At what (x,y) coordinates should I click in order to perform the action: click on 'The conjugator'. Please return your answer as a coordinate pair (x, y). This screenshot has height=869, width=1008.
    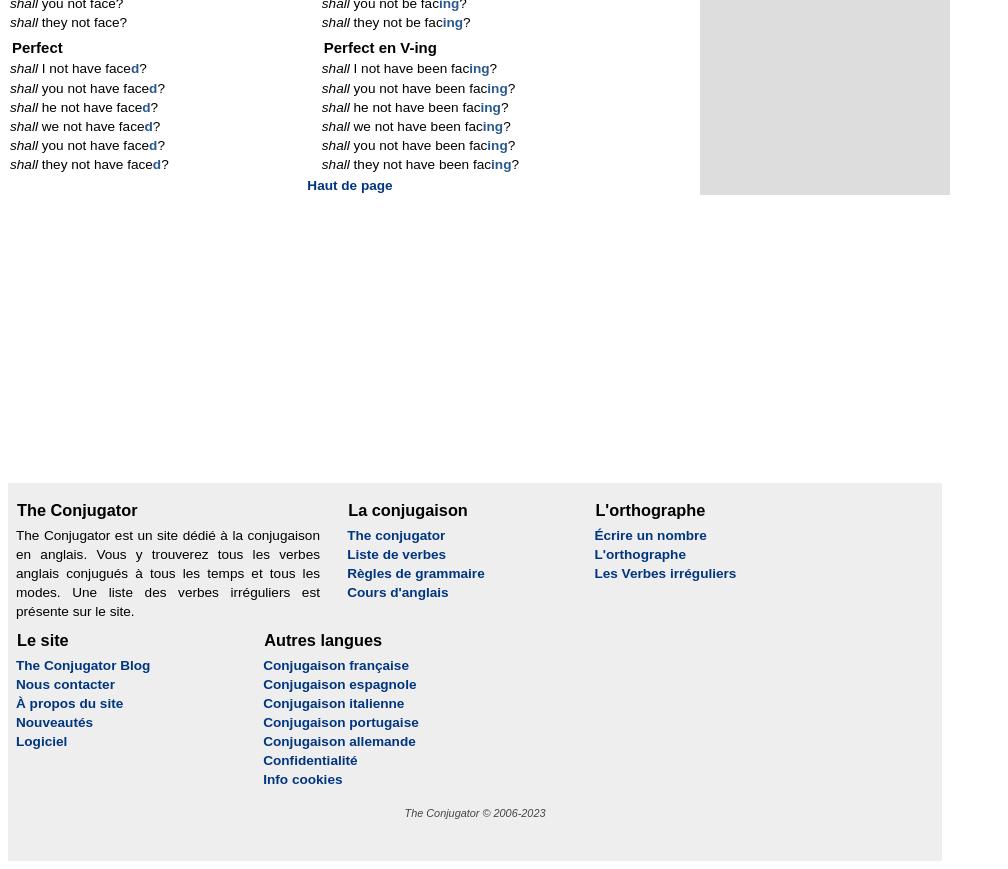
    Looking at the image, I should click on (396, 534).